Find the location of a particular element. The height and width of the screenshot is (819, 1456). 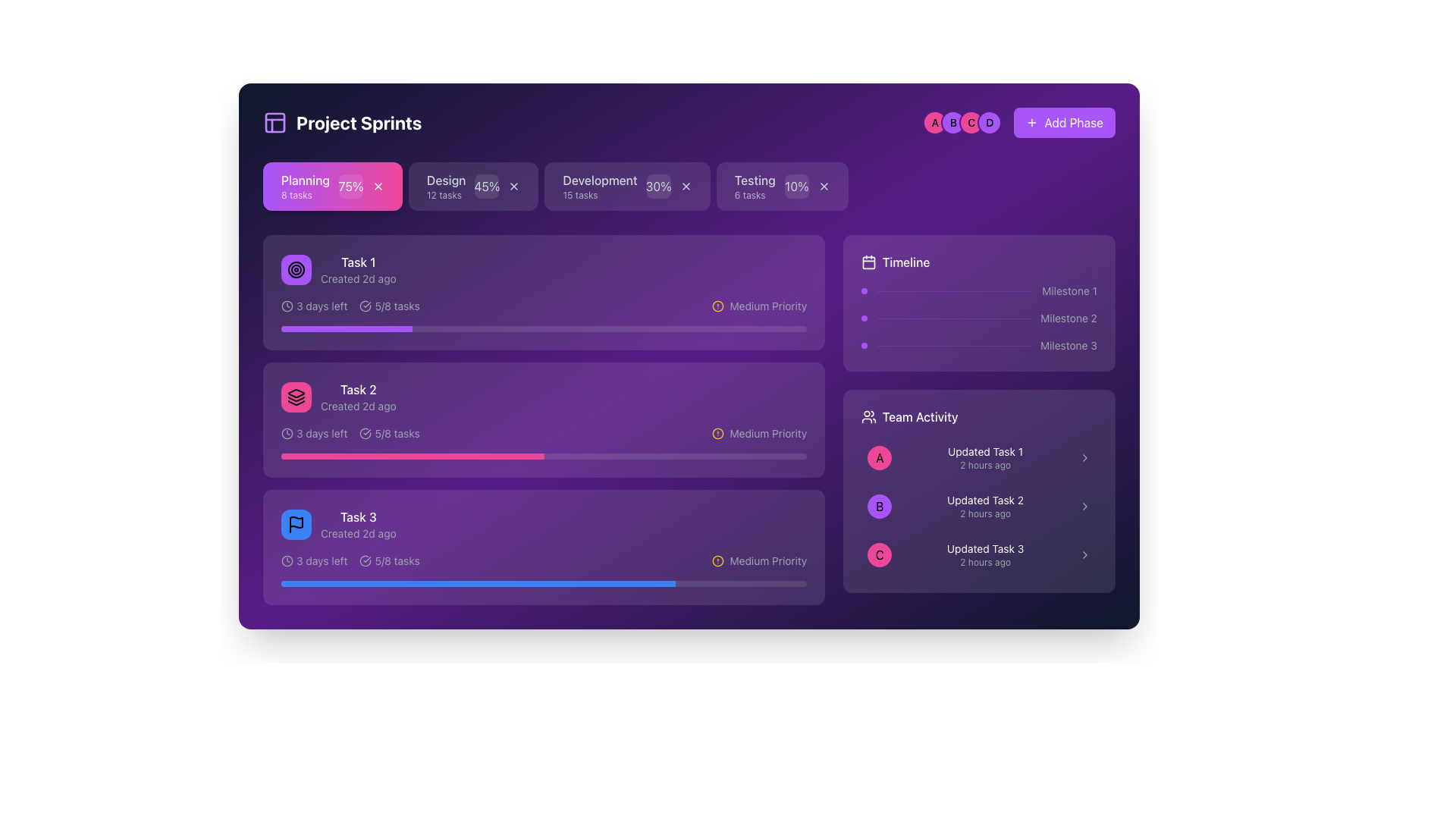

text label displaying '2 hours ago' located below the 'Updated Task 2' label in the 'Team Activity' section is located at coordinates (985, 513).